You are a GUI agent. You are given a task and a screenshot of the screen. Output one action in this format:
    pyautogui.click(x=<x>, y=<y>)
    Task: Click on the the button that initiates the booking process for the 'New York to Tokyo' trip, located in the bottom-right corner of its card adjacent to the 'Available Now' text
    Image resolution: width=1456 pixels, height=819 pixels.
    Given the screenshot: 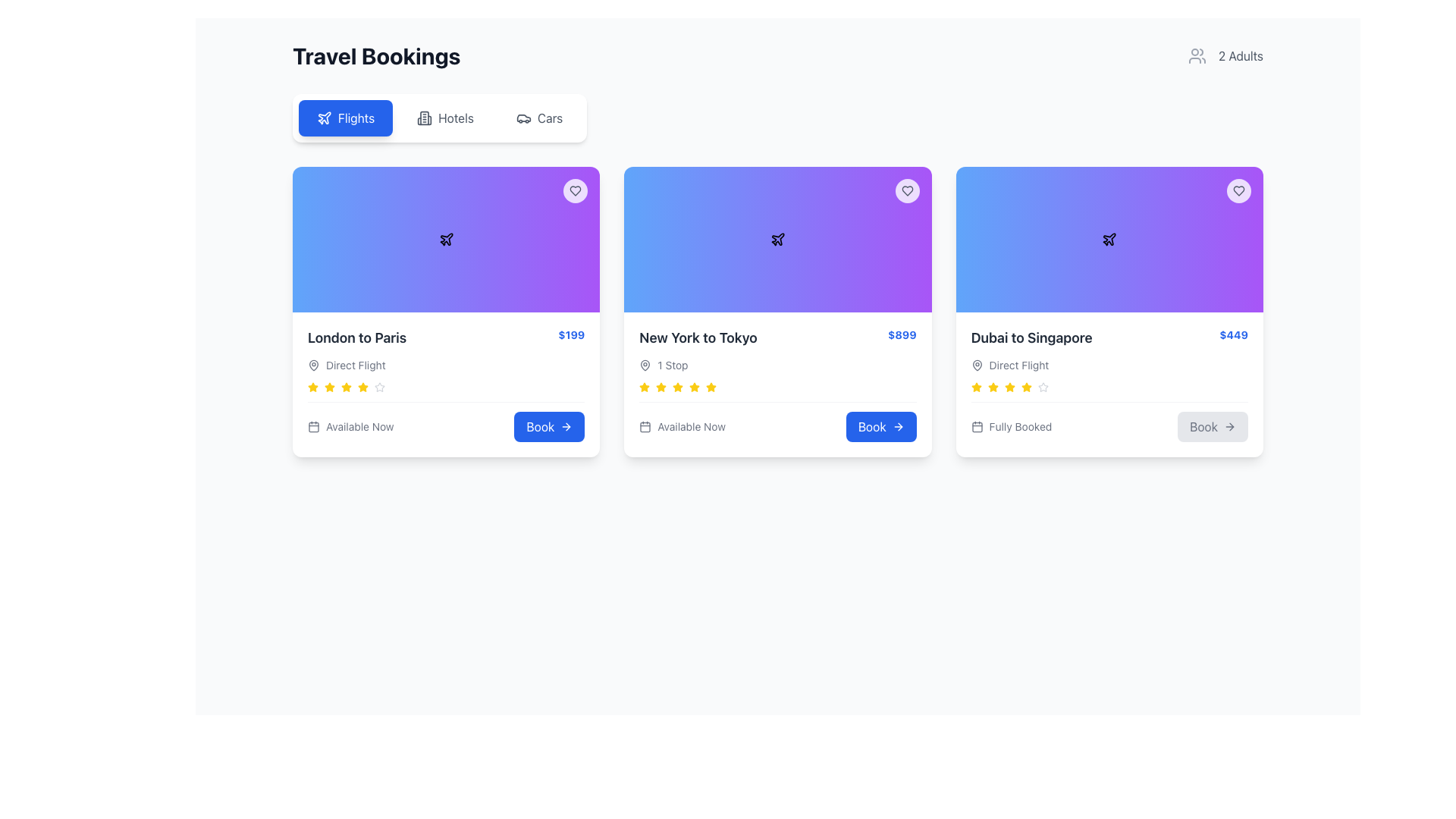 What is the action you would take?
    pyautogui.click(x=881, y=427)
    